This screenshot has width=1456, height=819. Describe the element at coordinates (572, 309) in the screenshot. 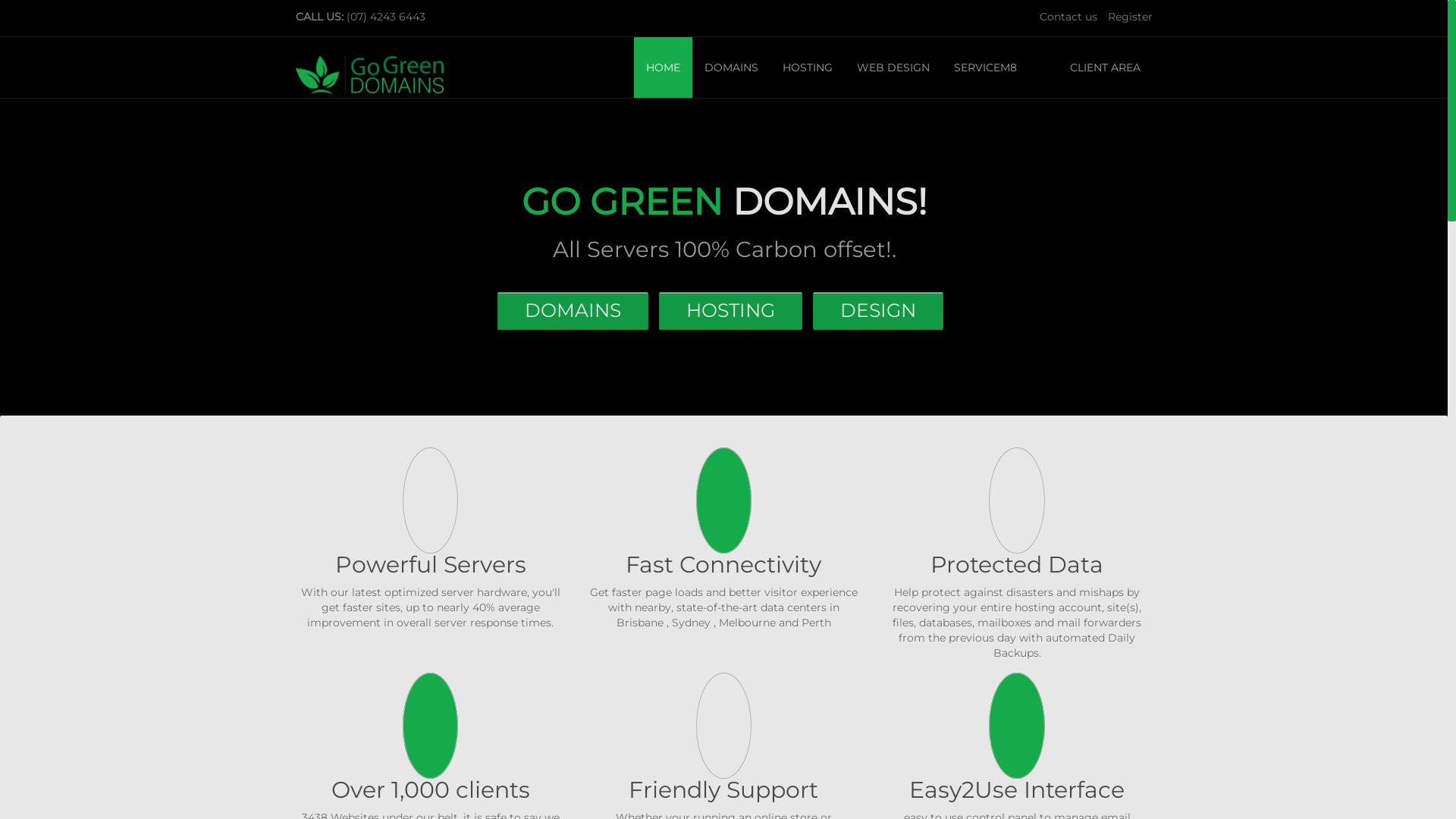

I see `'DOMAINS'` at that location.